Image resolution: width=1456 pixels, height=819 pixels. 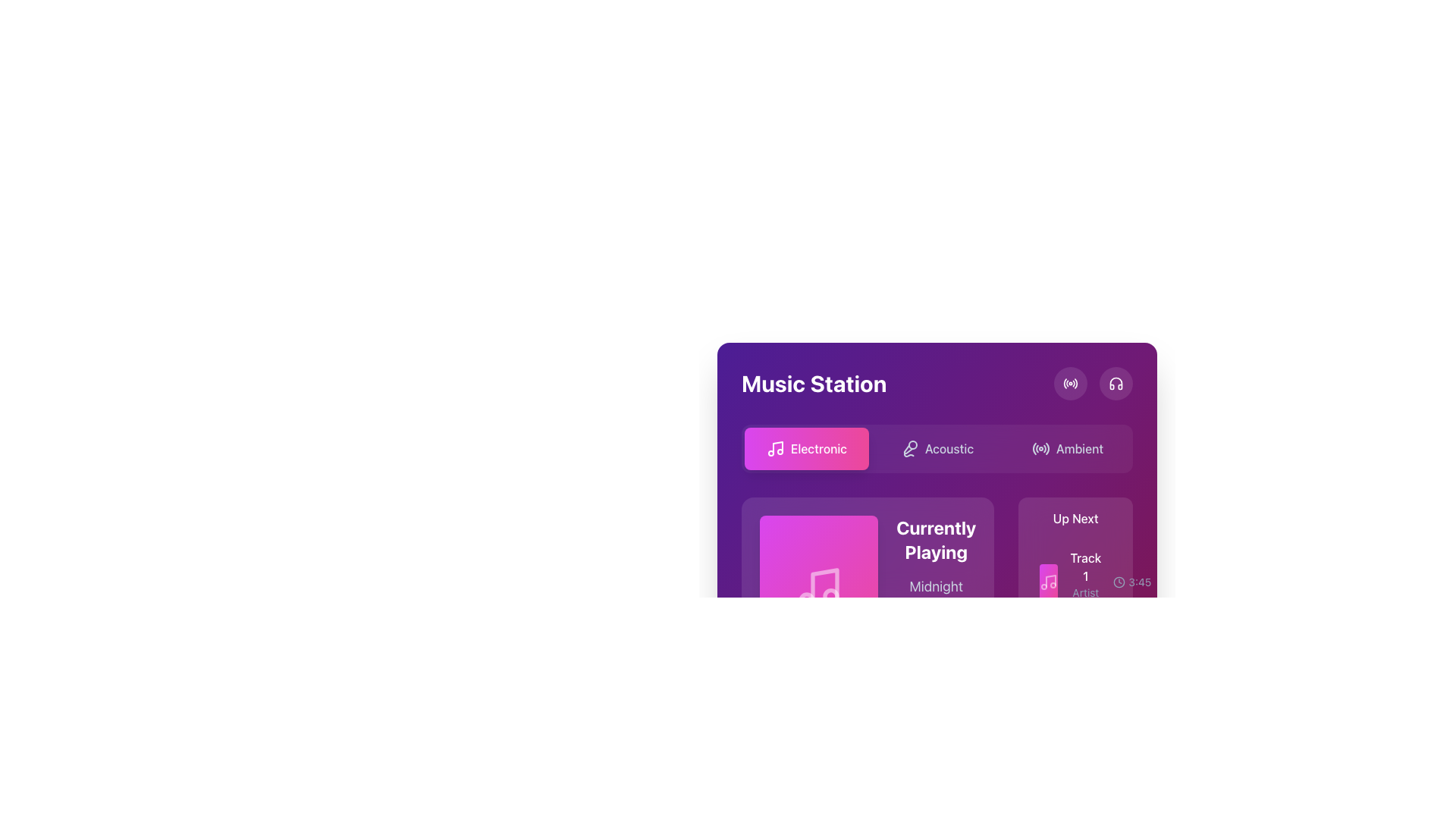 What do you see at coordinates (949, 447) in the screenshot?
I see `the text label displaying 'Acoustic' which is part of a selection group and situated to the right of a microphone icon` at bounding box center [949, 447].